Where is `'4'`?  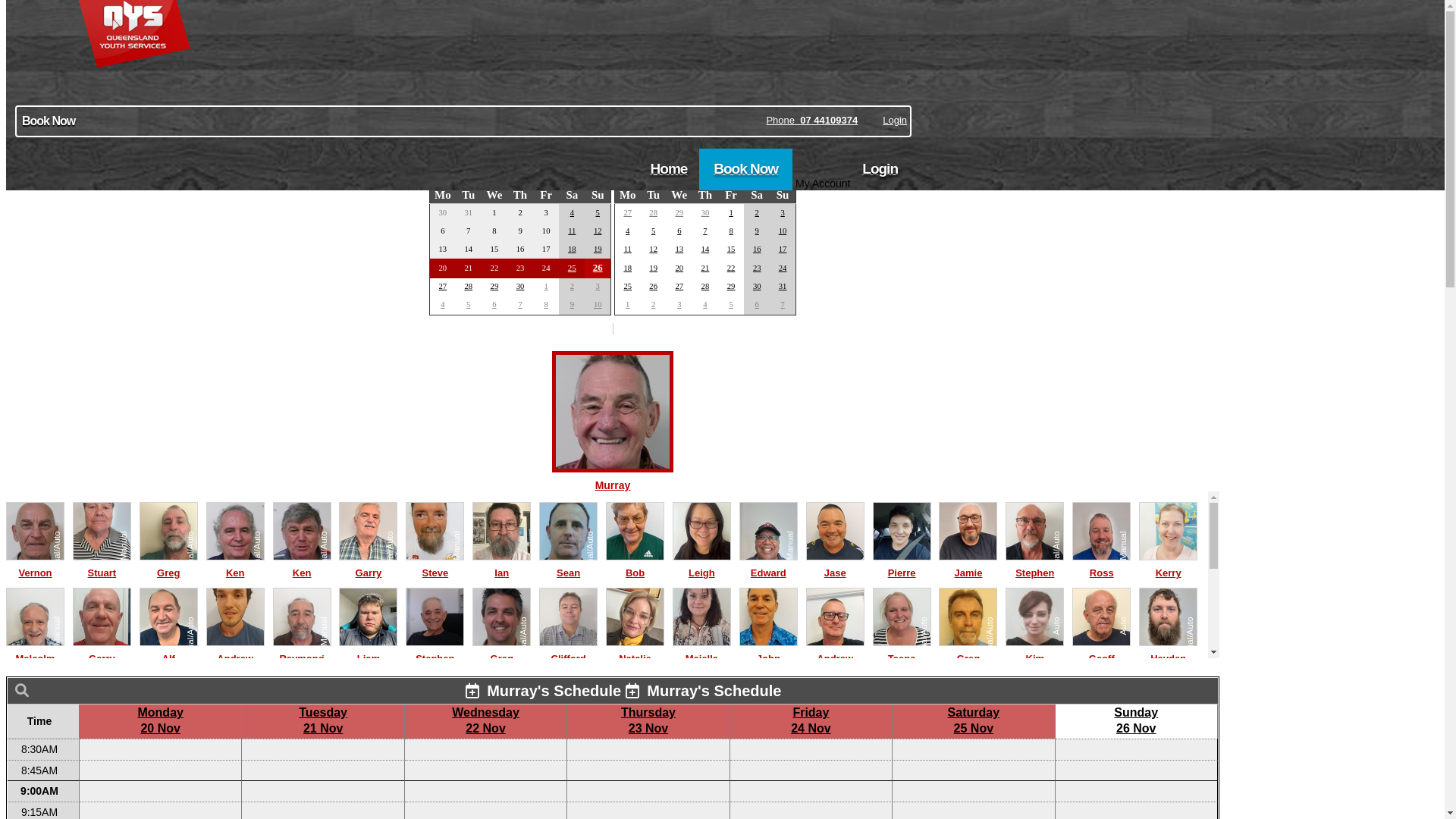
'4' is located at coordinates (701, 304).